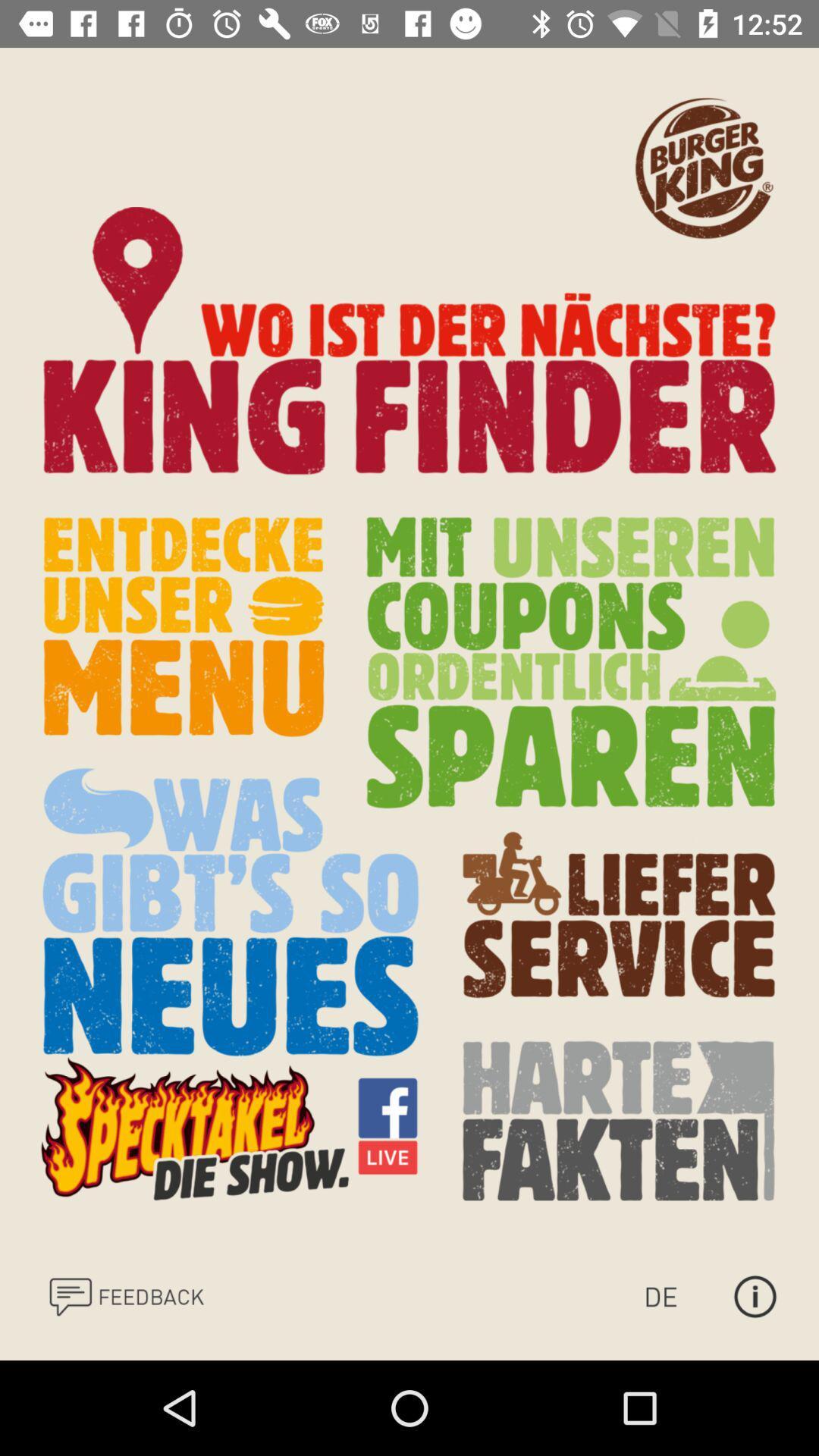 This screenshot has height=1456, width=819. What do you see at coordinates (755, 1295) in the screenshot?
I see `the info icon` at bounding box center [755, 1295].